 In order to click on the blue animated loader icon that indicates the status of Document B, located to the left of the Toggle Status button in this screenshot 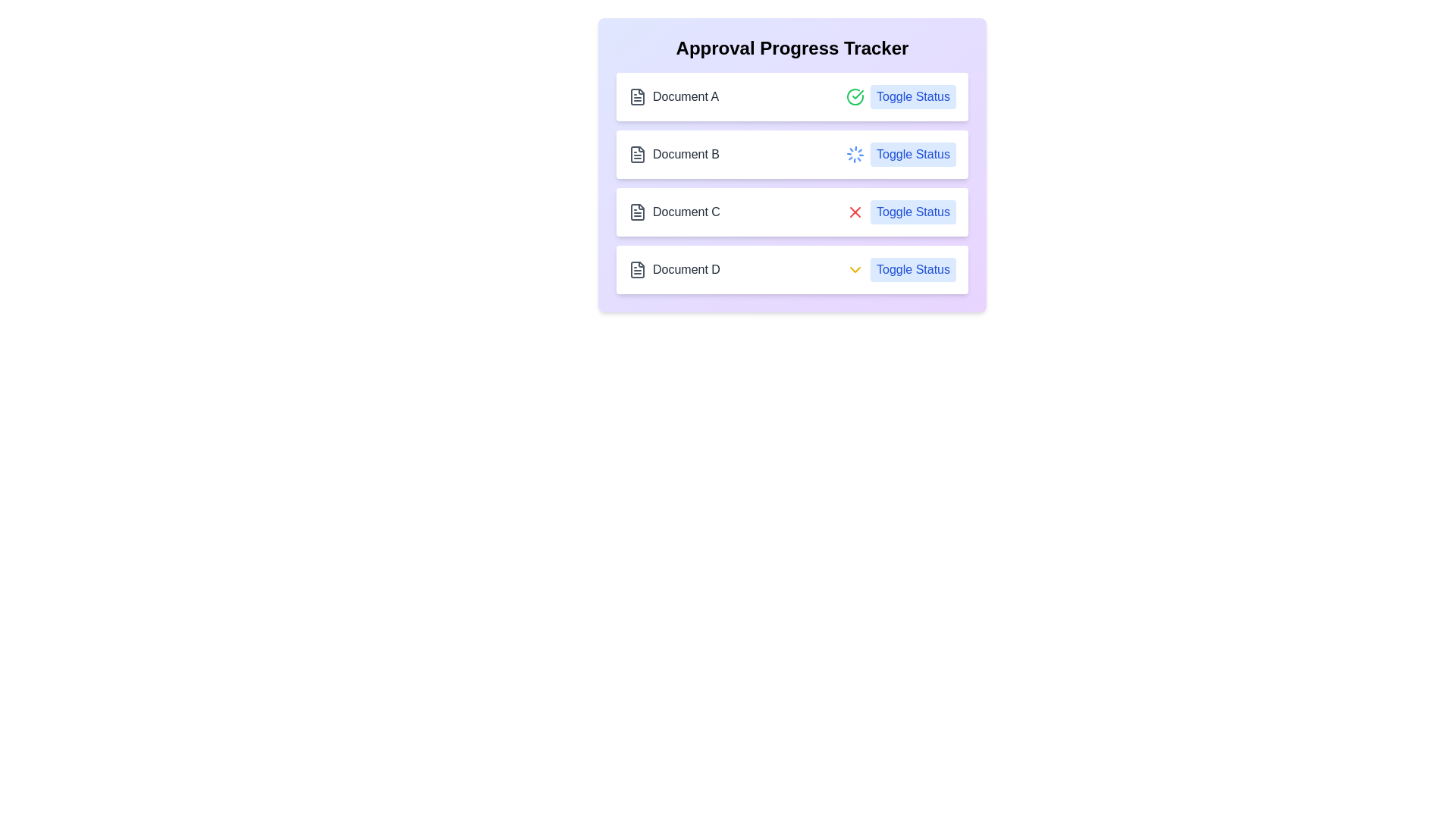, I will do `click(855, 155)`.